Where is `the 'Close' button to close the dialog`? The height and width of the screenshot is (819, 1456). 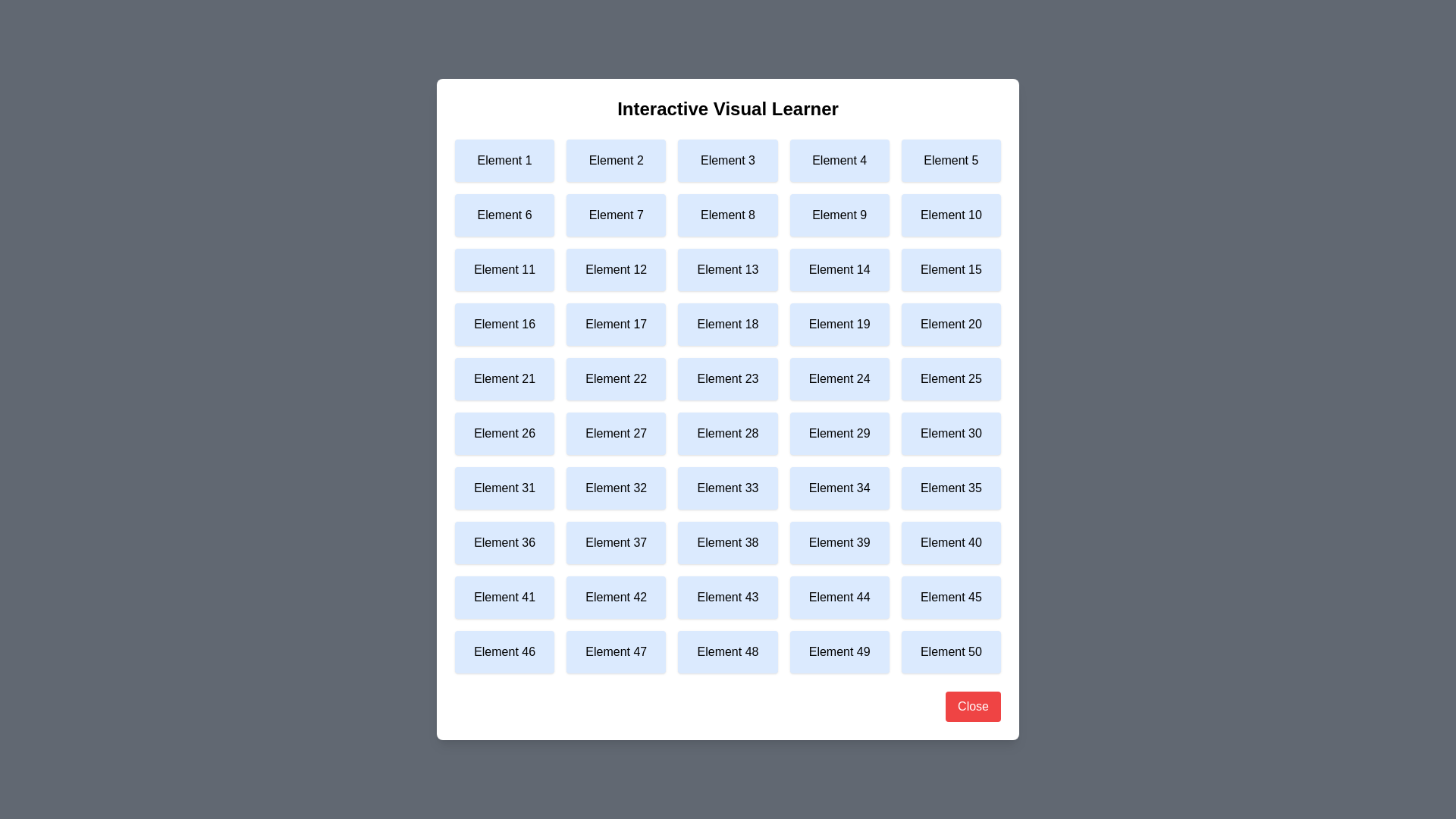 the 'Close' button to close the dialog is located at coordinates (973, 707).